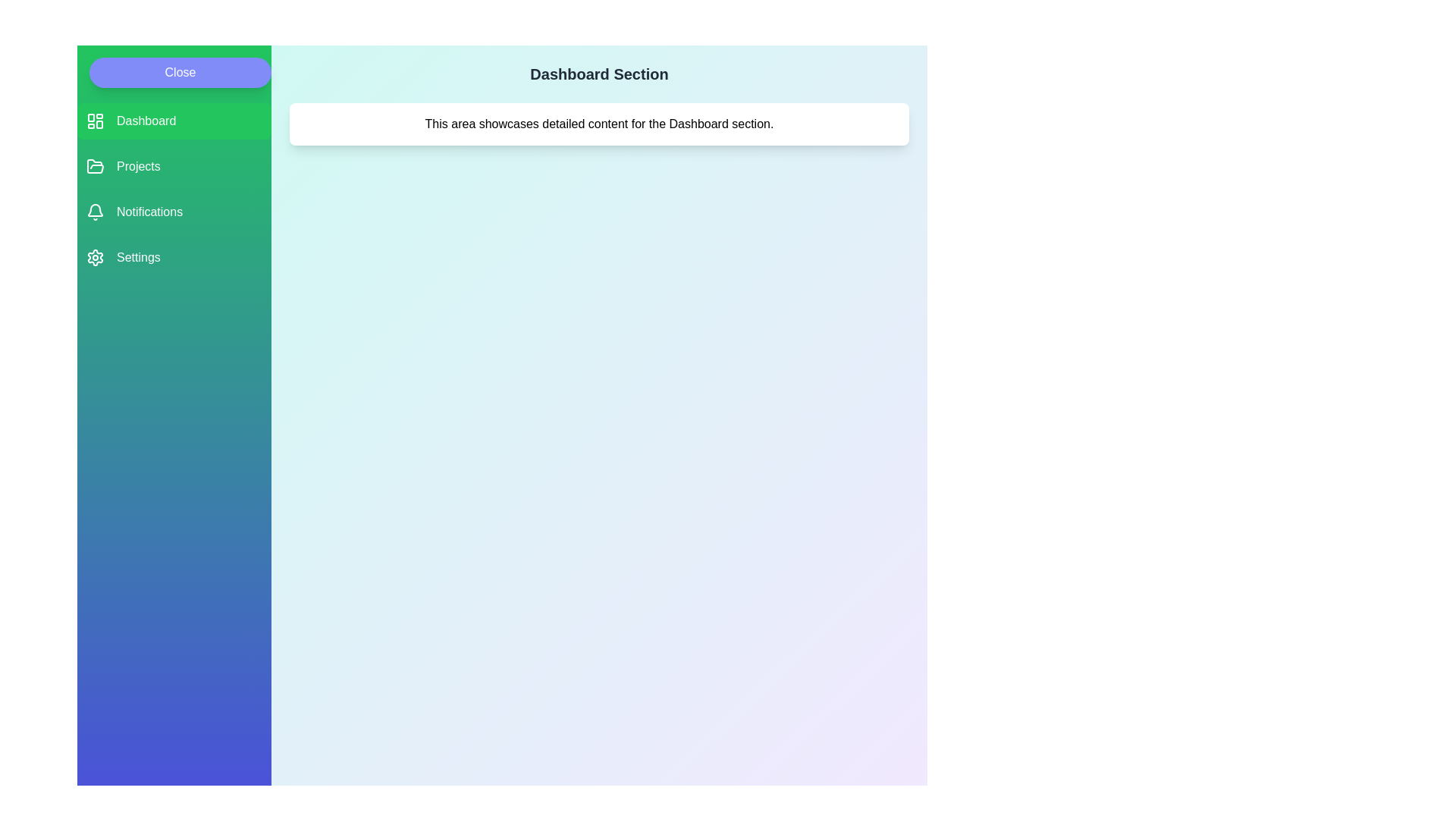 The height and width of the screenshot is (819, 1456). I want to click on the menu item corresponding to Settings to switch the active section, so click(174, 256).